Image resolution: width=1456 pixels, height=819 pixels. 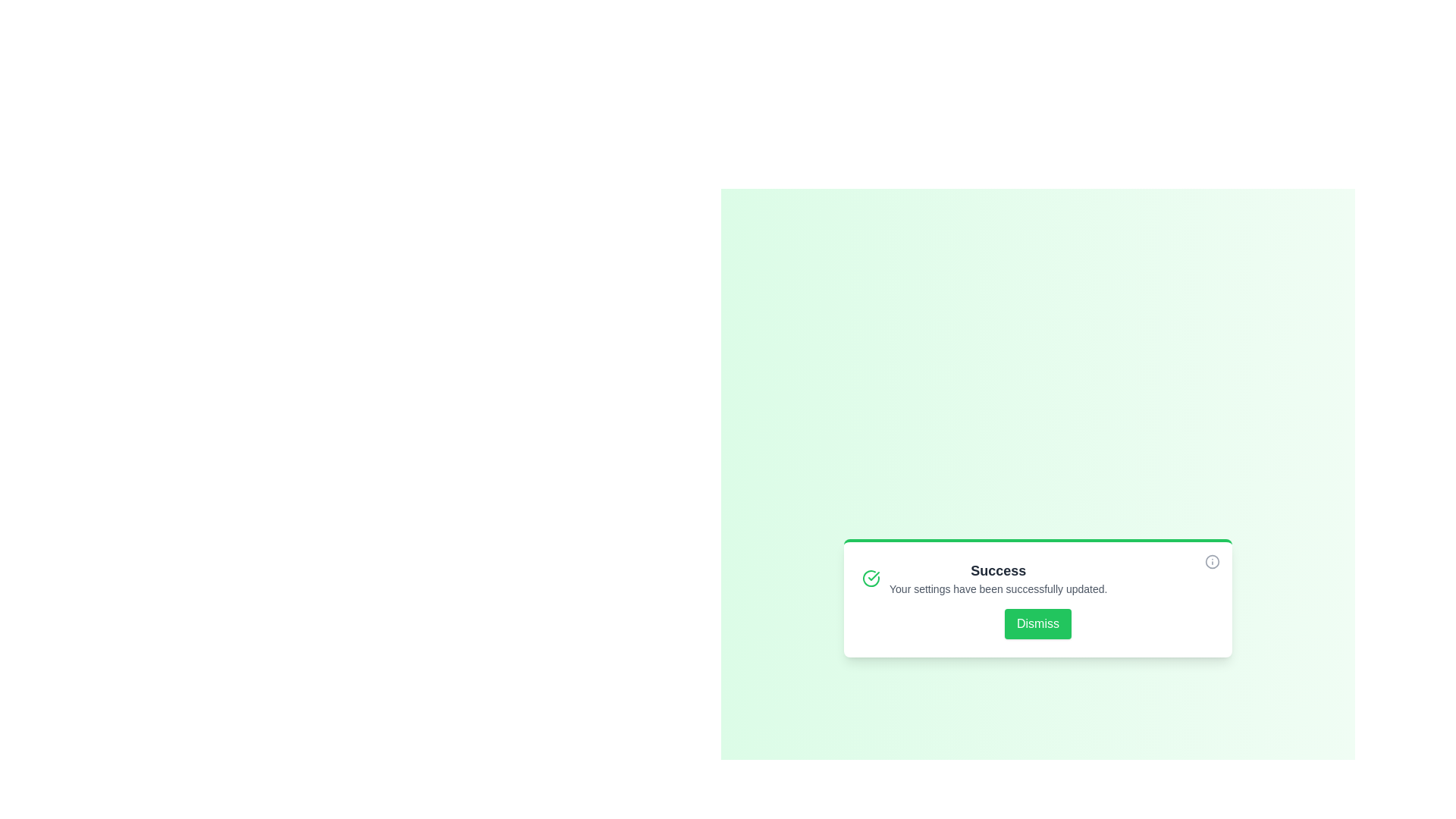 What do you see at coordinates (1037, 623) in the screenshot?
I see `the 'Dismiss' button to dismiss the notification` at bounding box center [1037, 623].